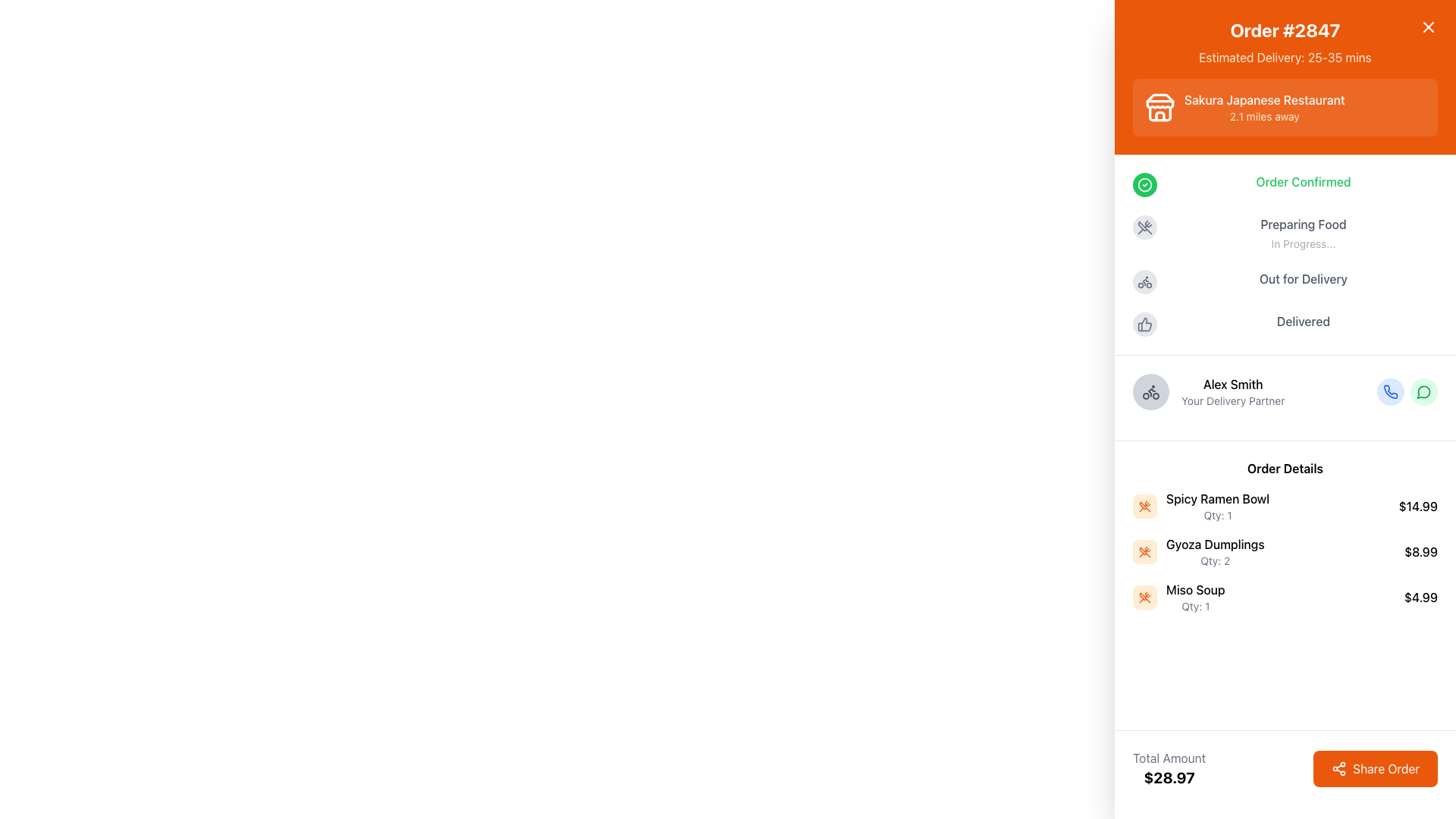 Image resolution: width=1456 pixels, height=819 pixels. I want to click on the orange icon representing crossed utensils, which is the first icon in the 'Order Details' list, located to the left of the text 'Spicy Ramen Bowl', so click(1145, 552).